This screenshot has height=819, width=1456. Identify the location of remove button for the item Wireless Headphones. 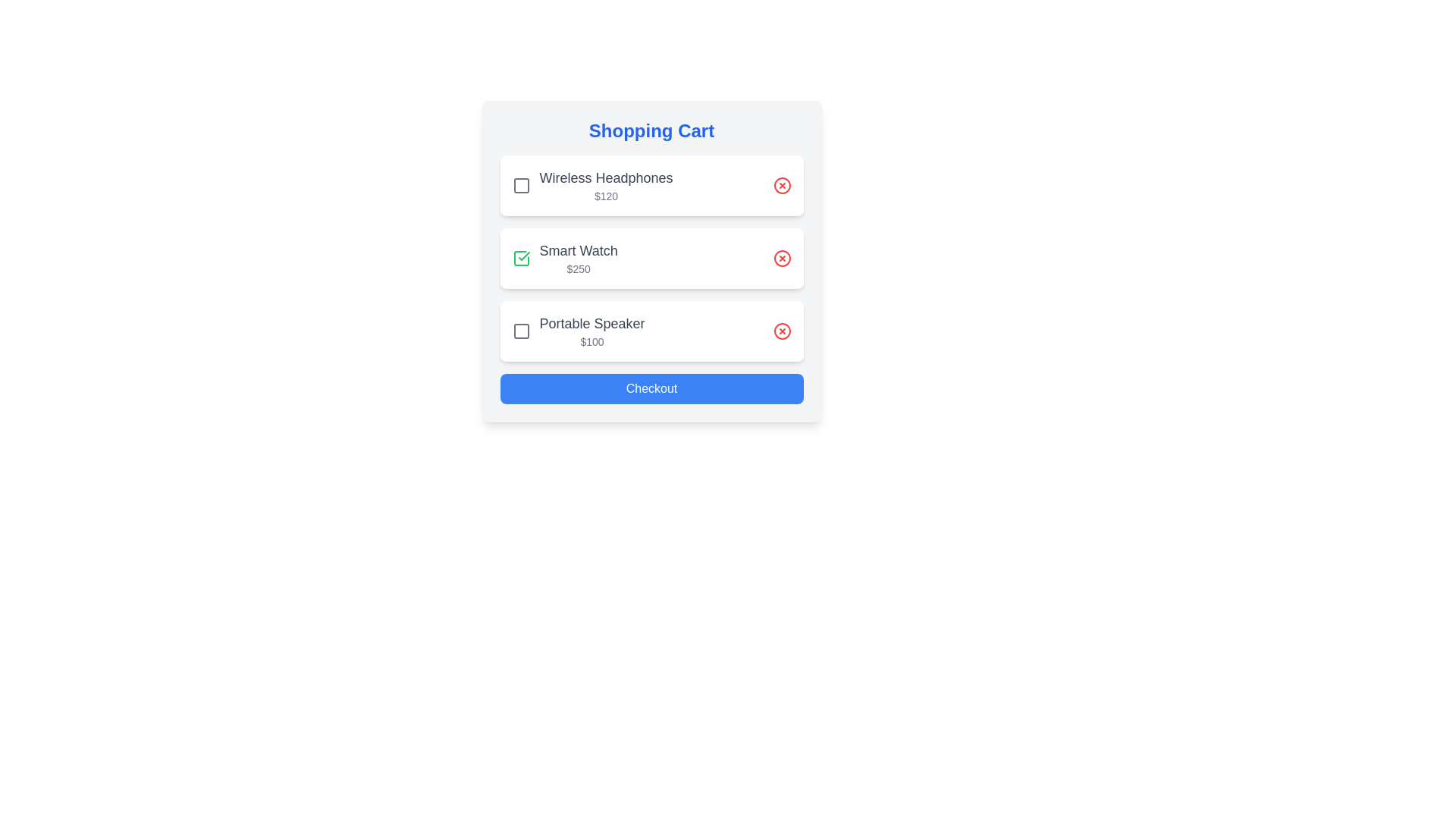
(782, 185).